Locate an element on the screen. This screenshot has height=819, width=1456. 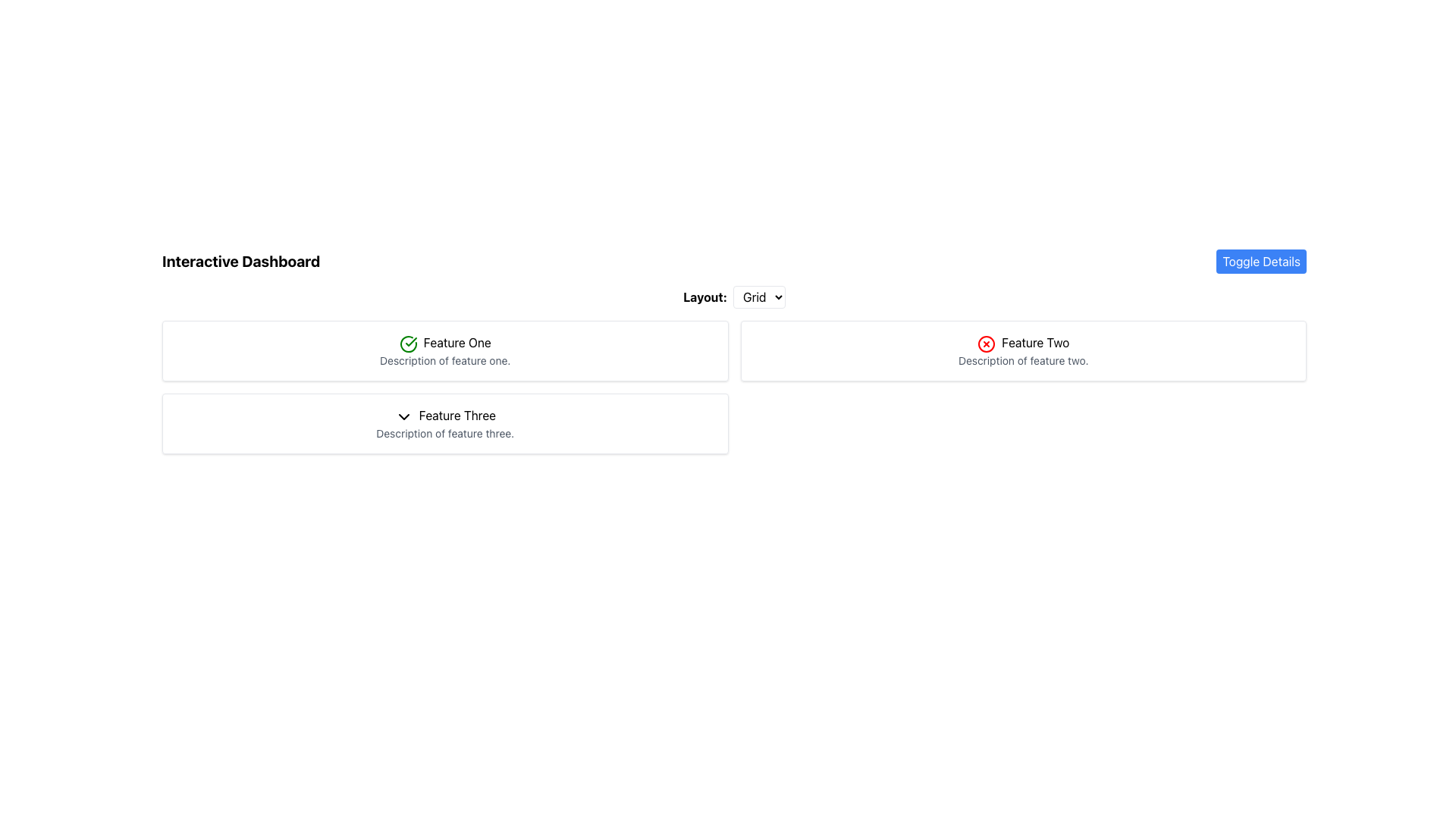
the visual indicator icon for 'Feature One' which shows the completion or verification status, located on the left side of the title and description text is located at coordinates (408, 344).